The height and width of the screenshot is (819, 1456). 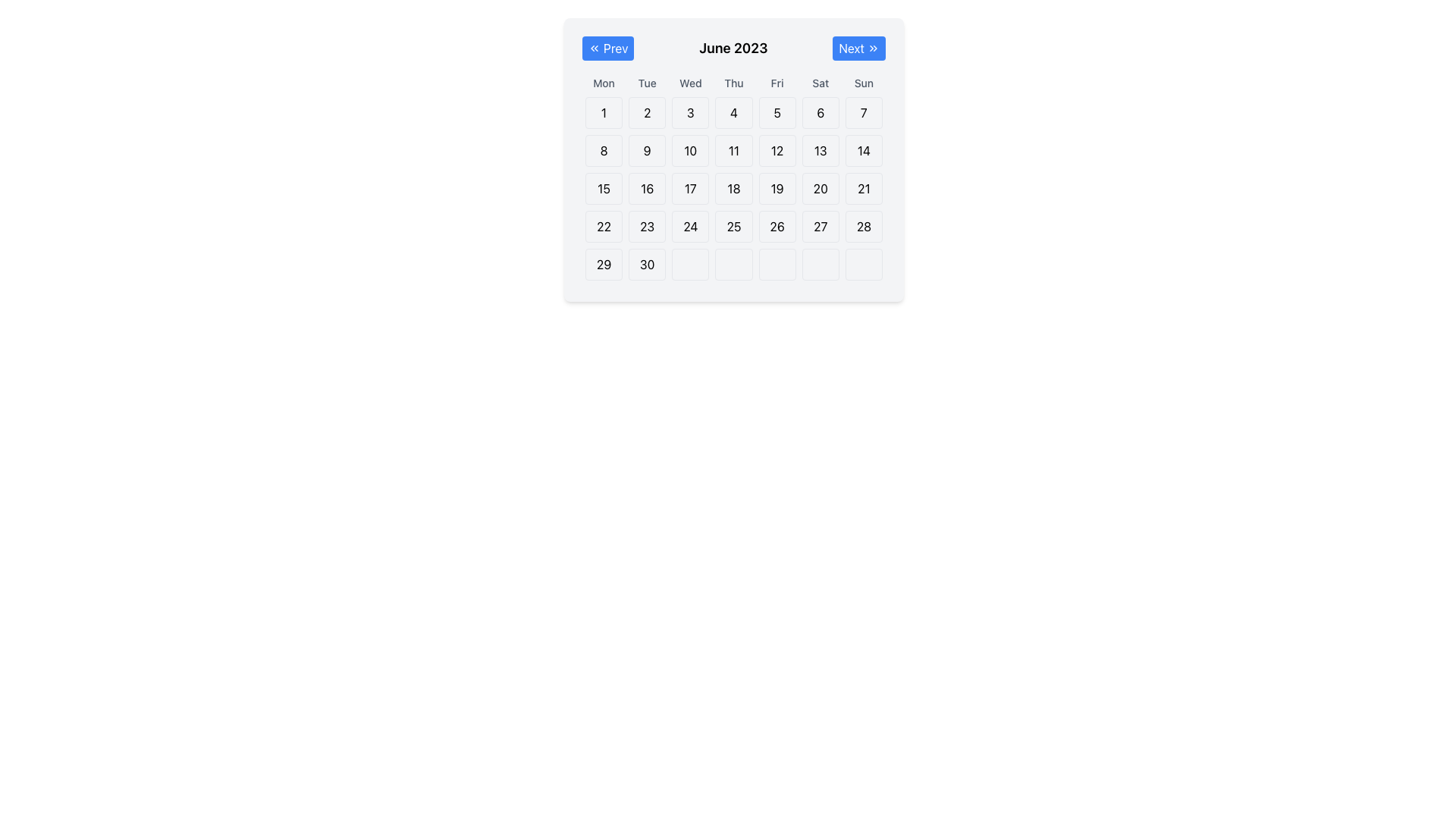 I want to click on the buttons in the third row of date squares in the June 2023 calendar, so click(x=734, y=188).